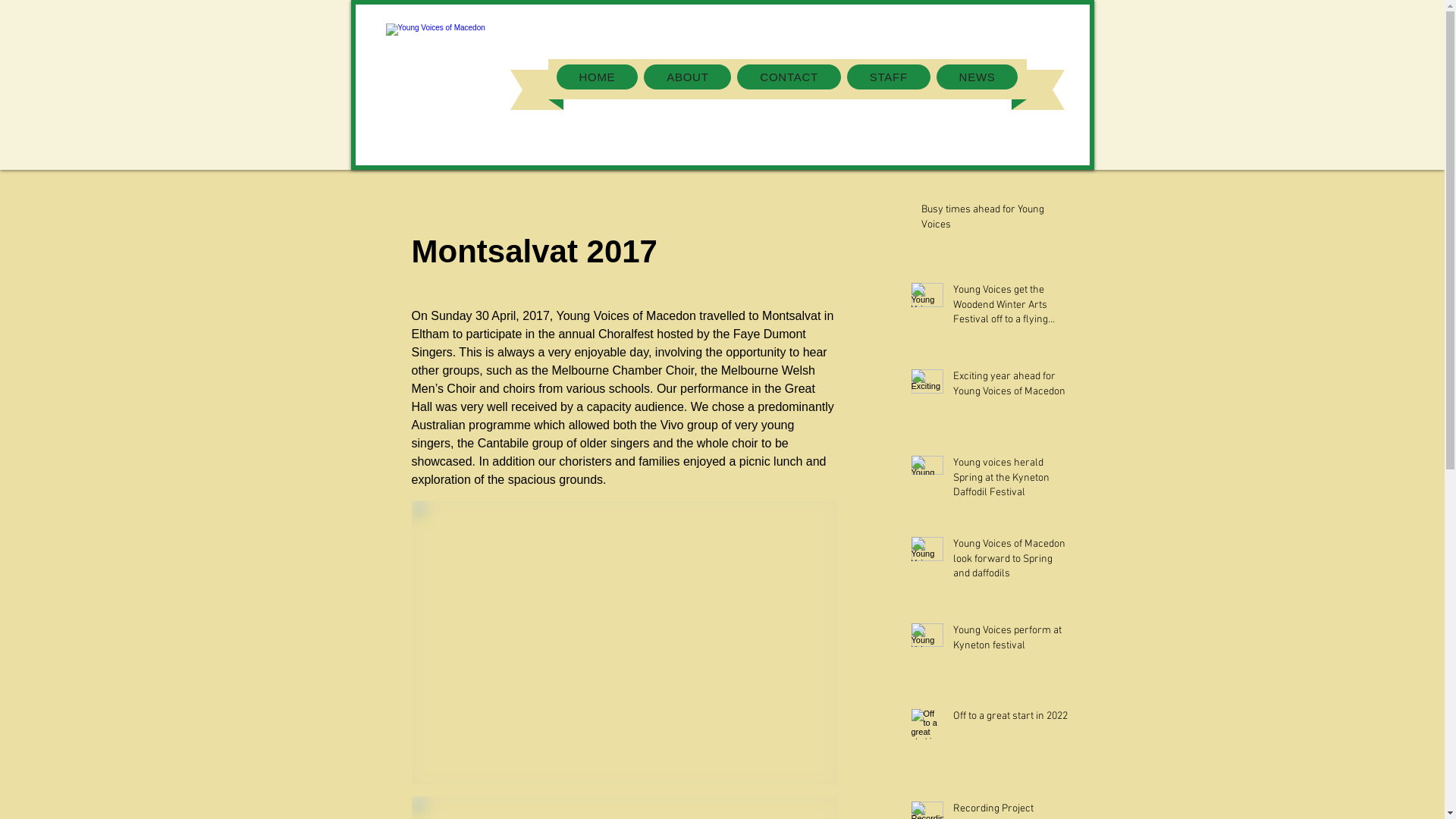 The height and width of the screenshot is (819, 1456). I want to click on 'ABOUT', so click(686, 77).